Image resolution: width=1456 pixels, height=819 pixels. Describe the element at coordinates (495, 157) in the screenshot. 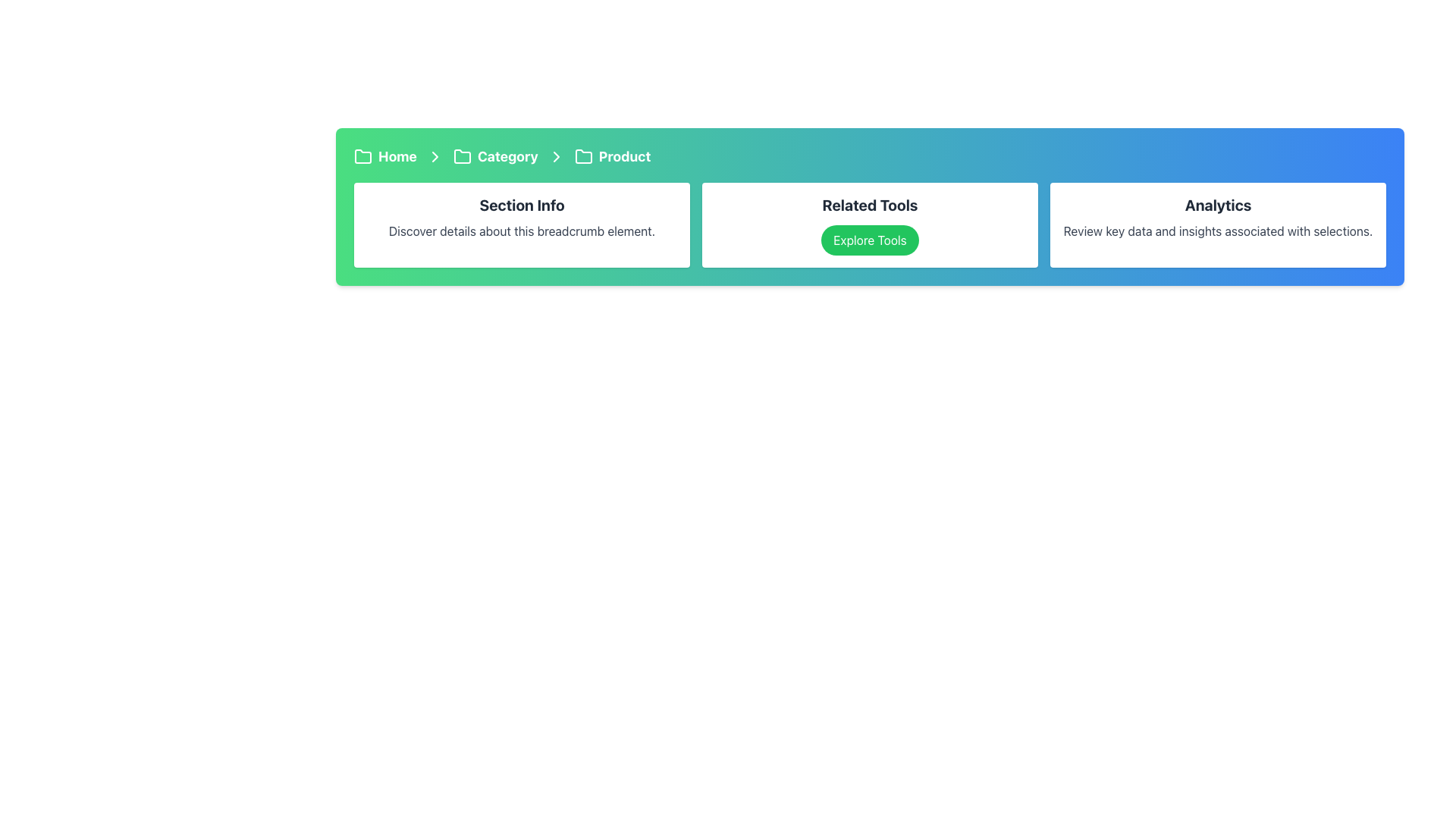

I see `the hyperlink in the breadcrumb navigation that redirects to the 'Category' section, positioned between 'Home' and 'Product'` at that location.